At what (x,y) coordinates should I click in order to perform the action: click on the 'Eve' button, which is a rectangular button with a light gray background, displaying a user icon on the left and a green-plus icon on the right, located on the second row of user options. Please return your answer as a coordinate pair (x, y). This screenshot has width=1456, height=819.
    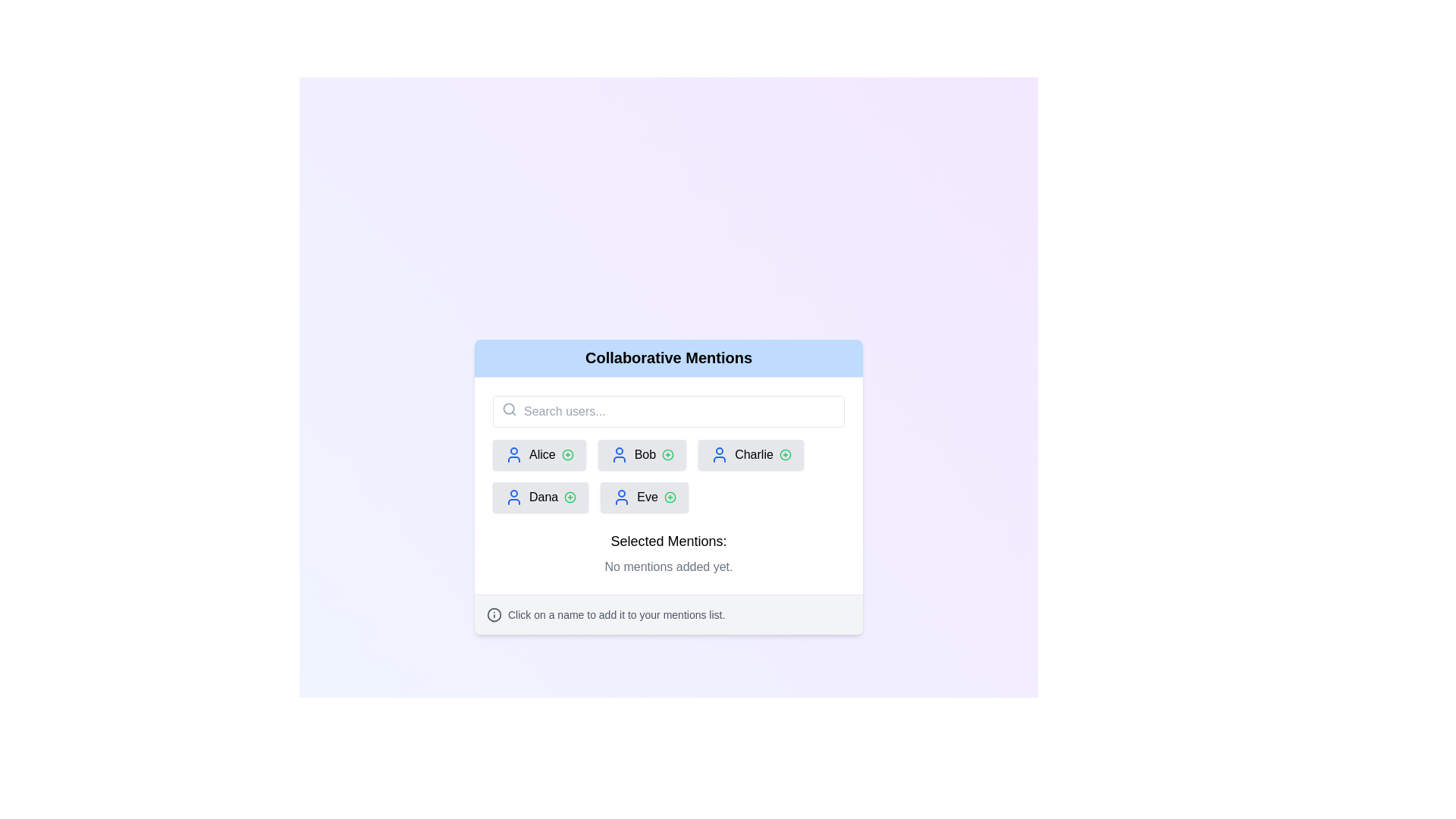
    Looking at the image, I should click on (644, 497).